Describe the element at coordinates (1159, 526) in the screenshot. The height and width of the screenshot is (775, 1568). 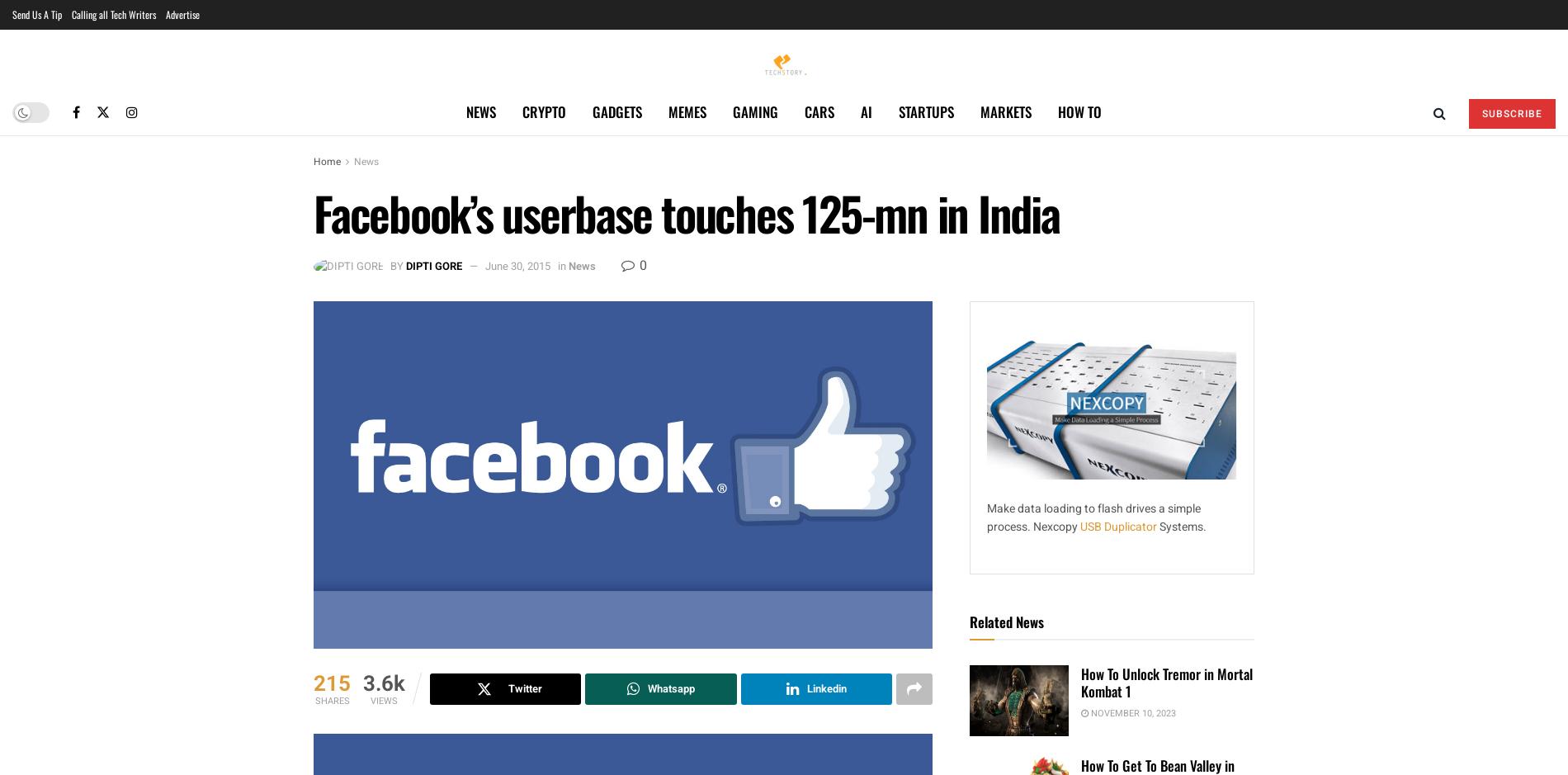
I see `'Systems.'` at that location.